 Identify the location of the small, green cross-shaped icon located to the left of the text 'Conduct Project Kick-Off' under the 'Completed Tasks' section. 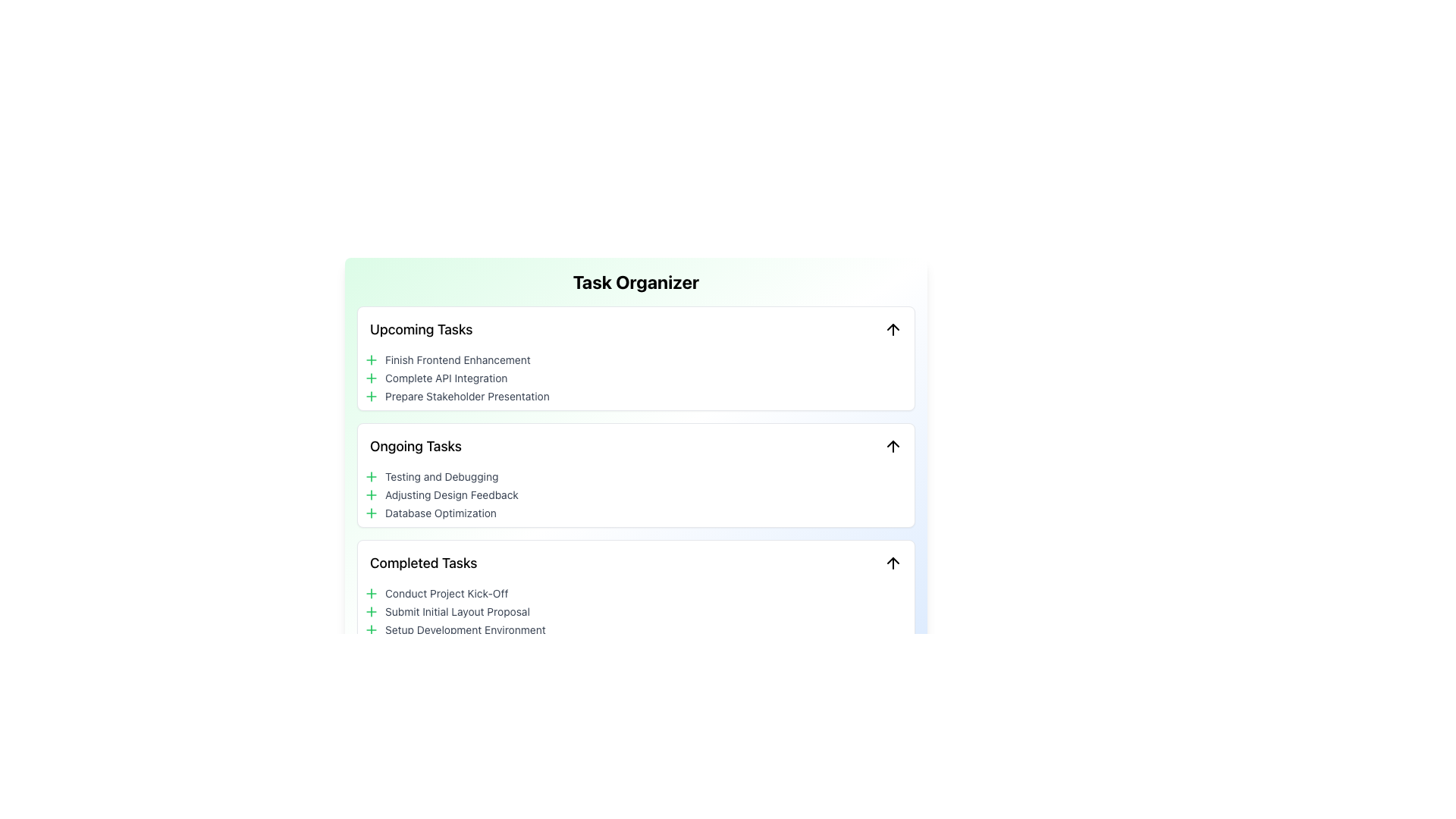
(371, 593).